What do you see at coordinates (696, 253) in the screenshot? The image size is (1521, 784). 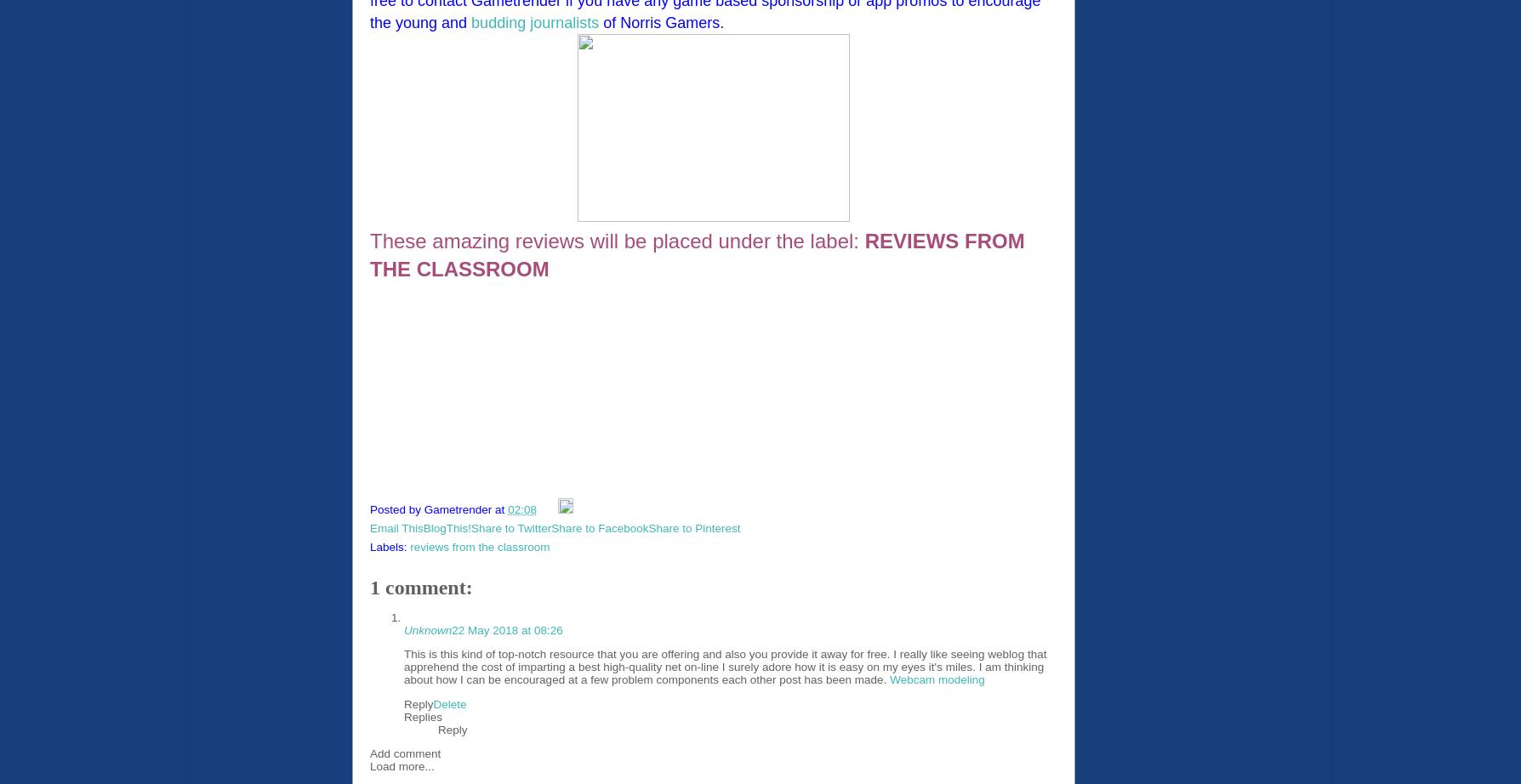 I see `'REVIEWS FROM THE CLASSROOM'` at bounding box center [696, 253].